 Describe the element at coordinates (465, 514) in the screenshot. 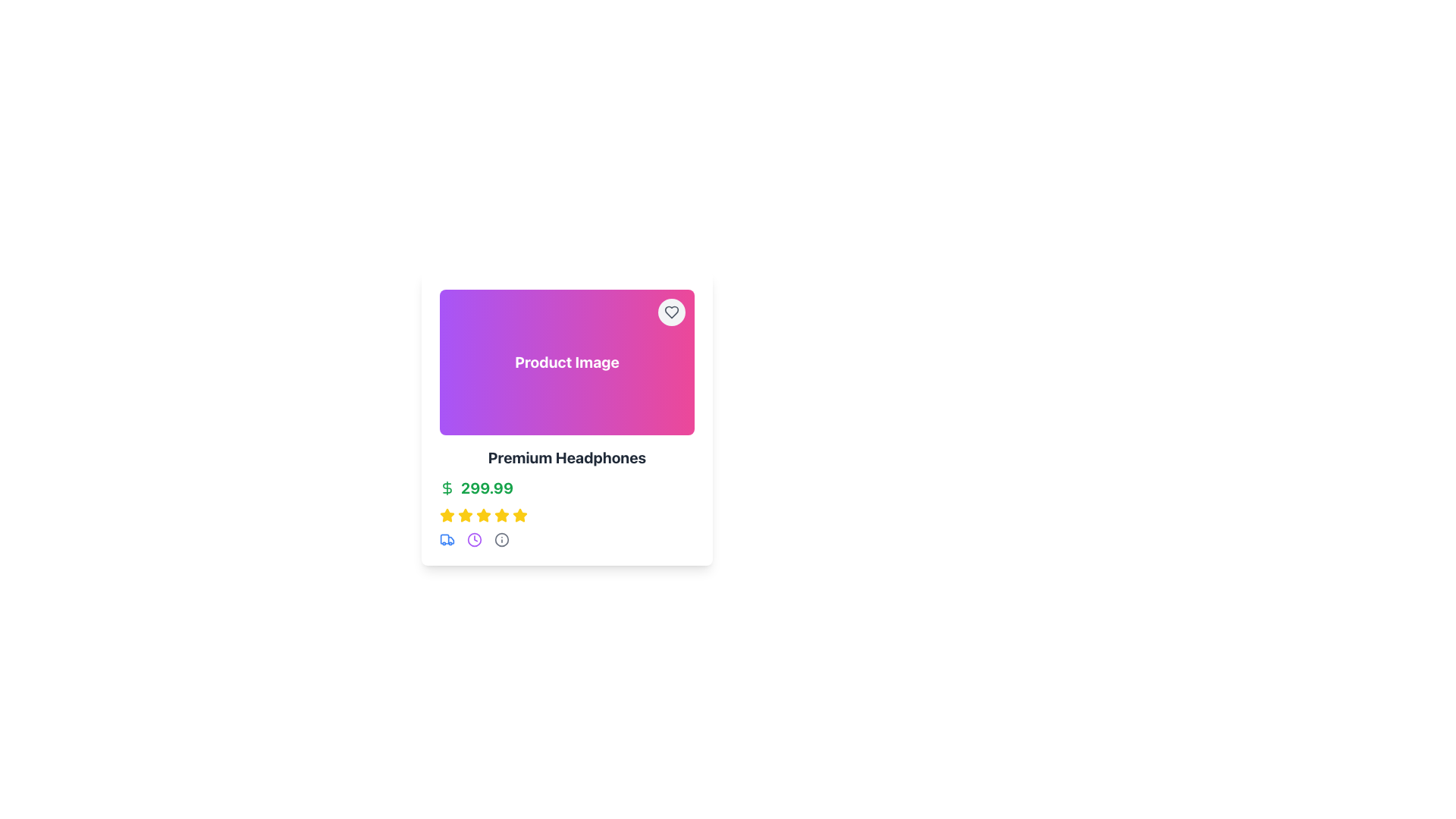

I see `the third star icon in a row of five rating stars, which is filled with yellow color and located below the product details` at that location.